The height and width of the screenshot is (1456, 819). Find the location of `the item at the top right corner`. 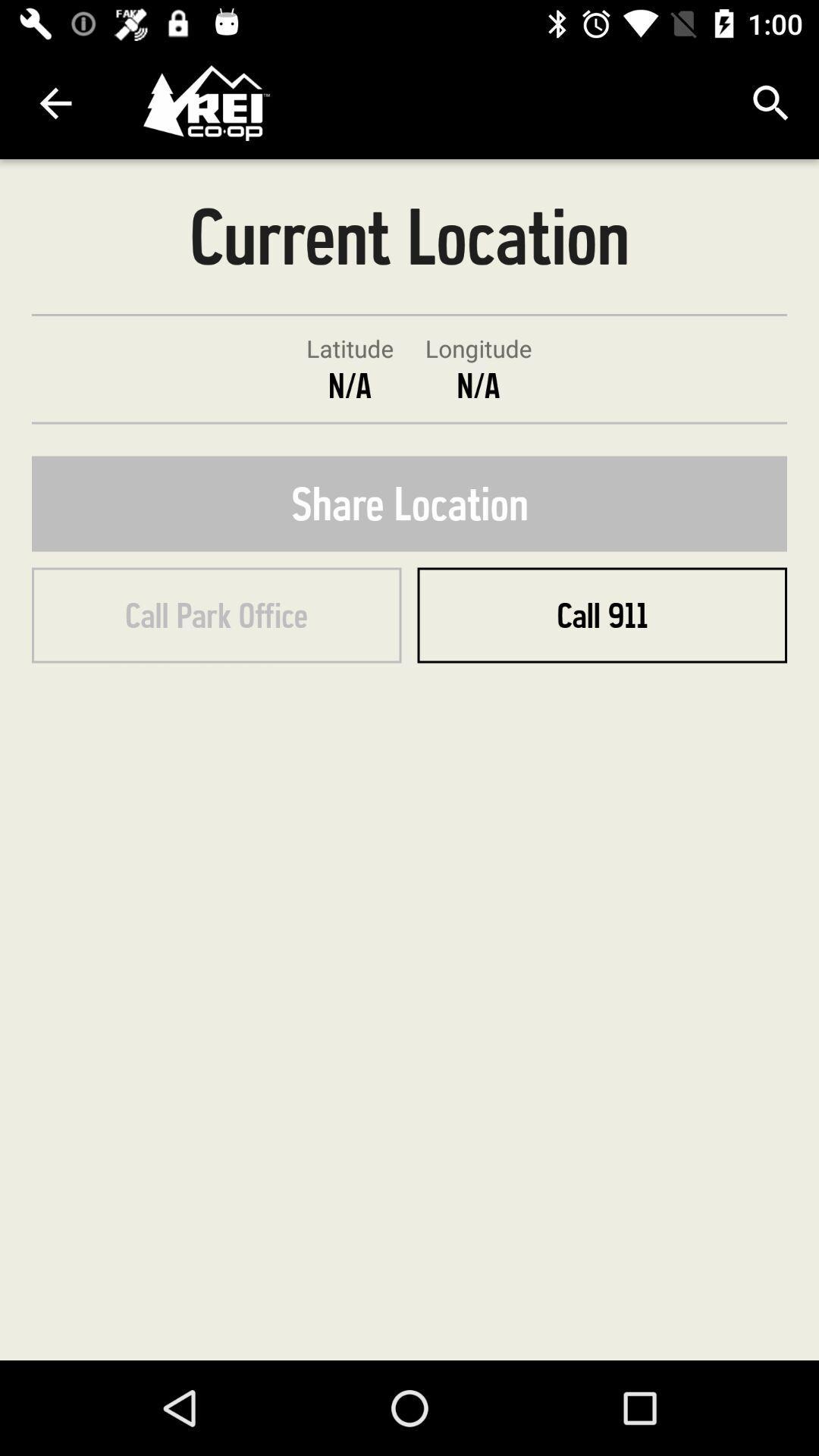

the item at the top right corner is located at coordinates (771, 102).